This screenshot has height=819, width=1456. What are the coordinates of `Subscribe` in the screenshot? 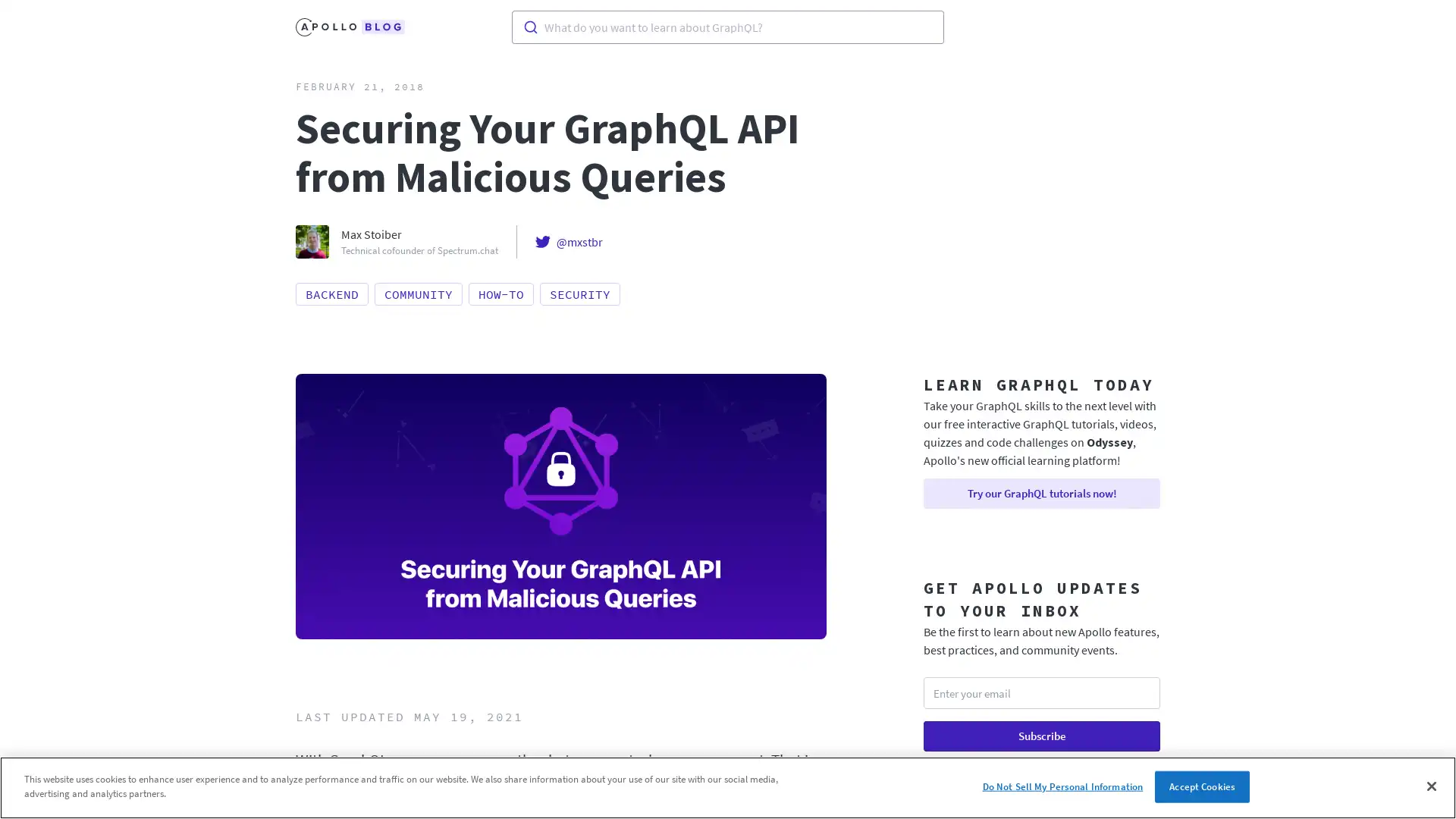 It's located at (1040, 736).